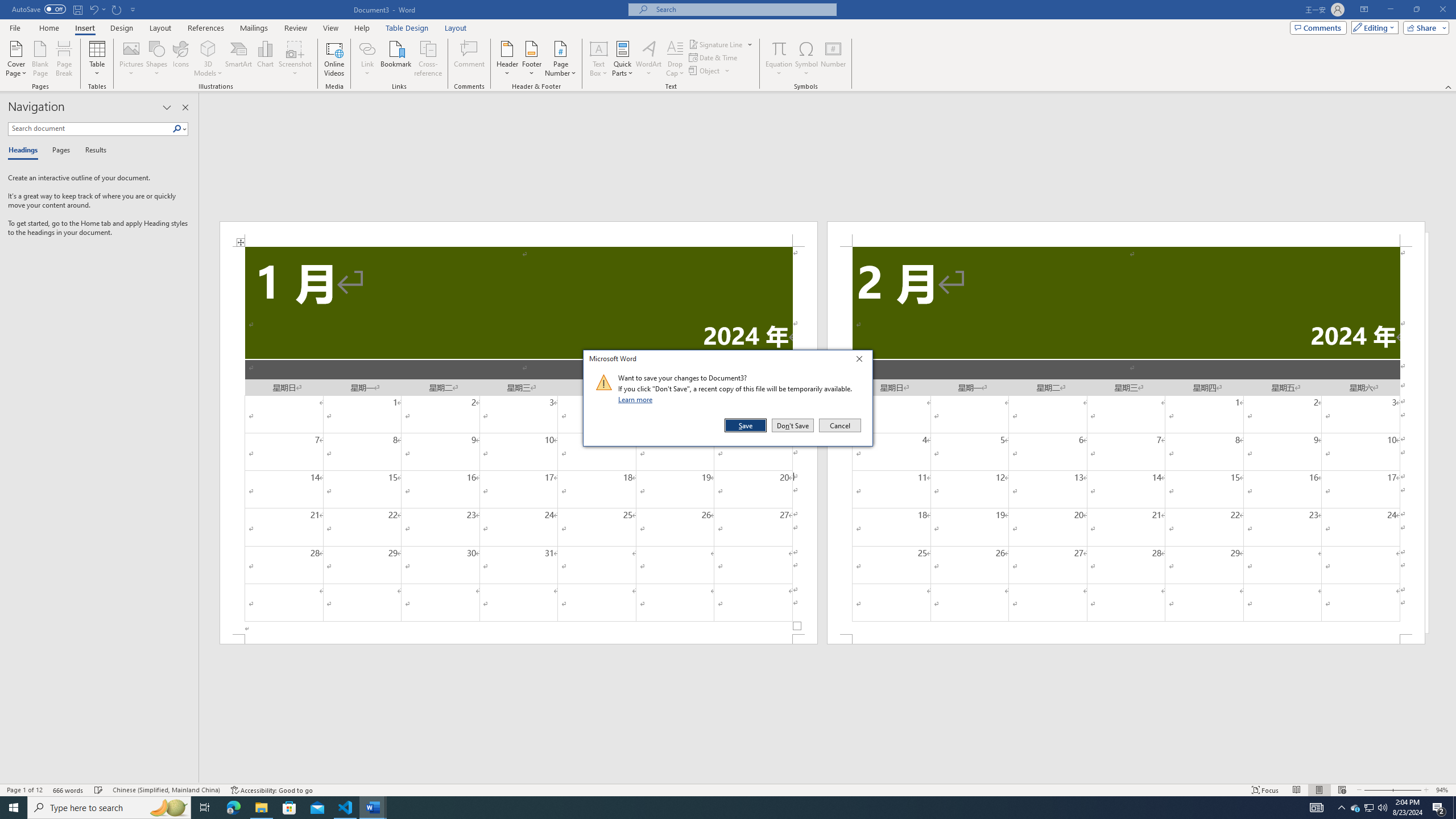 The width and height of the screenshot is (1456, 819). I want to click on 'SmartArt...', so click(238, 59).